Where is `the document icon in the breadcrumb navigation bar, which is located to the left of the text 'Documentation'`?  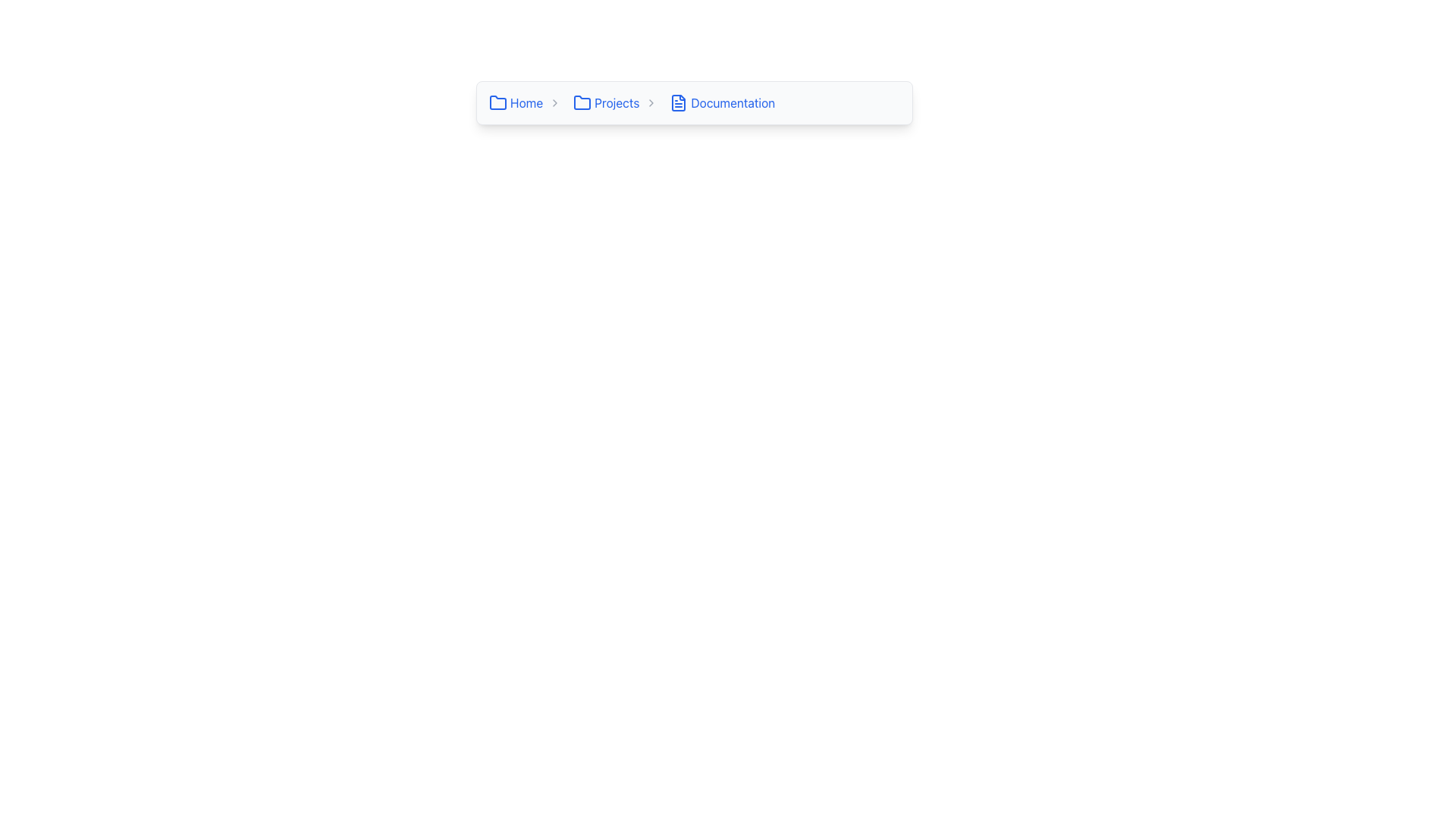 the document icon in the breadcrumb navigation bar, which is located to the left of the text 'Documentation' is located at coordinates (678, 102).